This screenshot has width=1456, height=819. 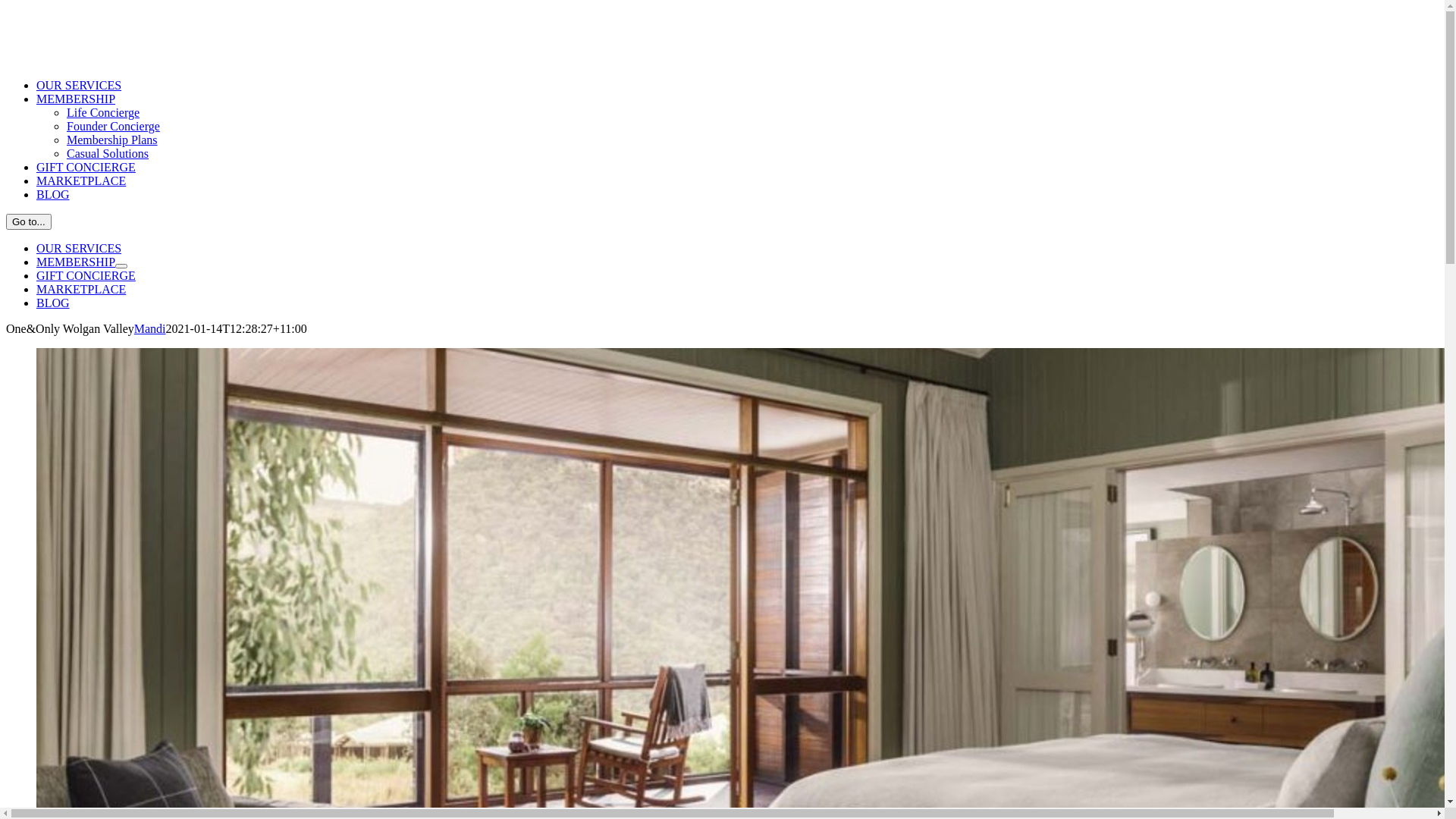 I want to click on 'Mandi', so click(x=134, y=328).